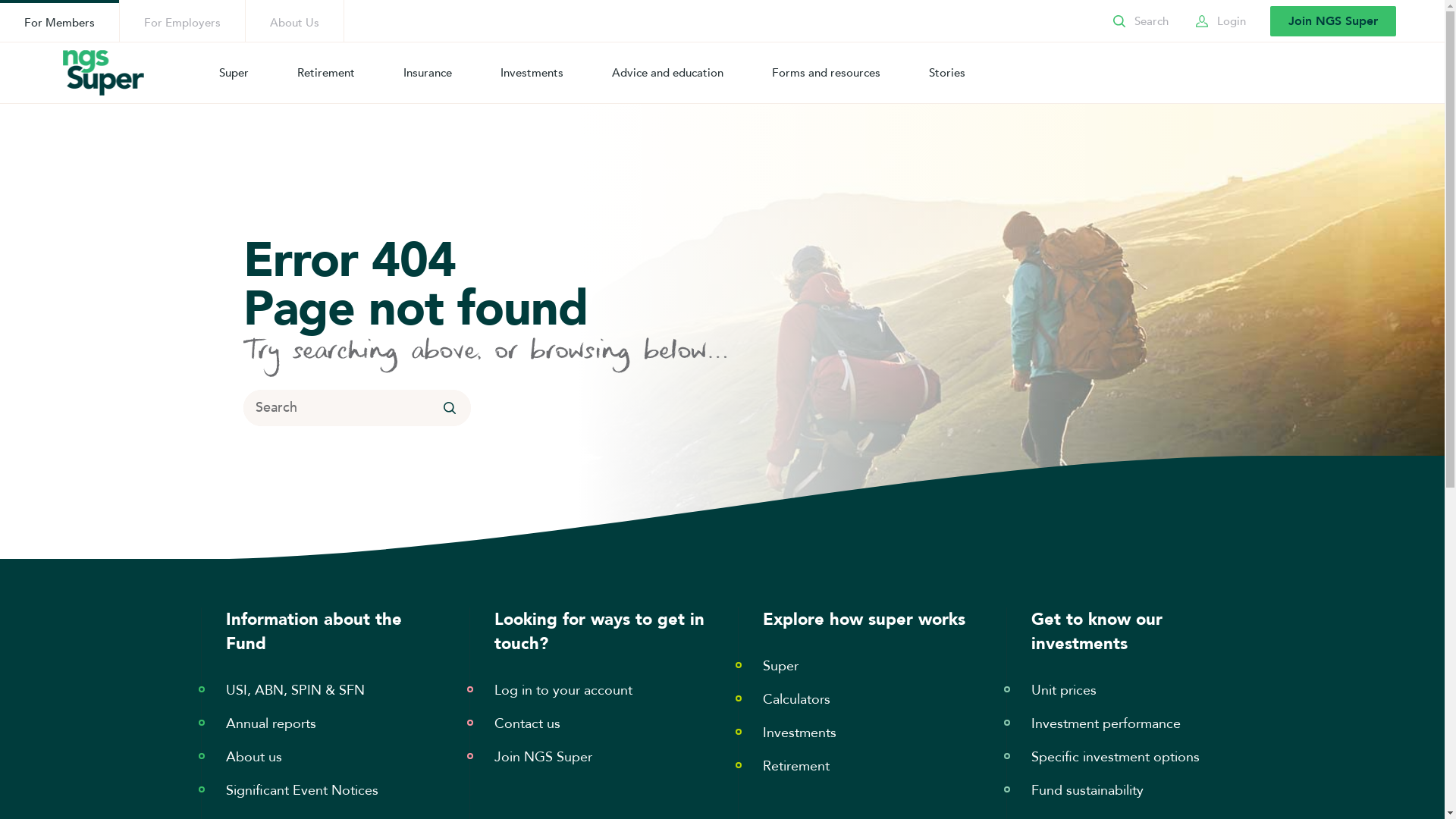  What do you see at coordinates (427, 73) in the screenshot?
I see `'Insurance'` at bounding box center [427, 73].